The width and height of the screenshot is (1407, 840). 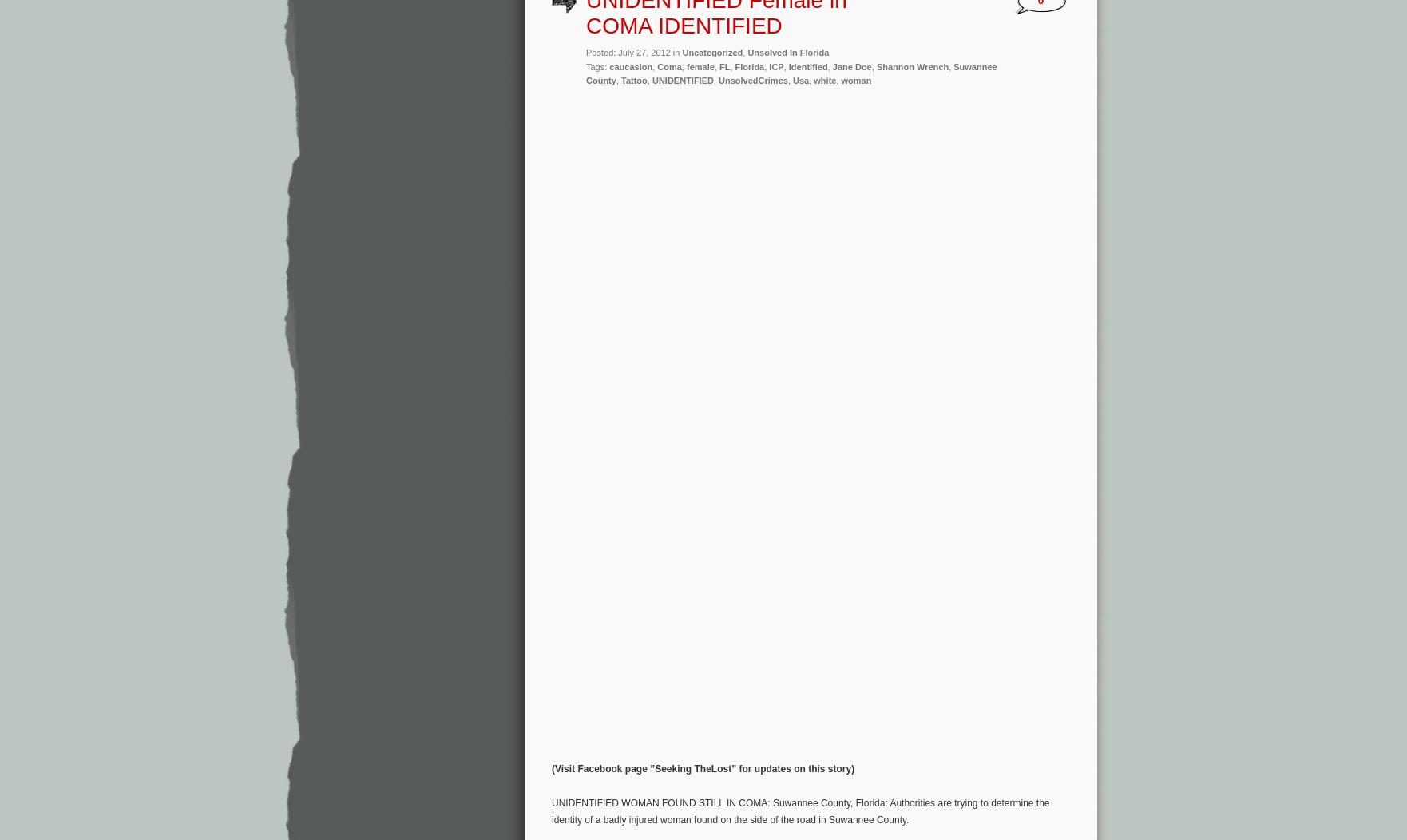 I want to click on 'Shannon Wrench', so click(x=912, y=65).